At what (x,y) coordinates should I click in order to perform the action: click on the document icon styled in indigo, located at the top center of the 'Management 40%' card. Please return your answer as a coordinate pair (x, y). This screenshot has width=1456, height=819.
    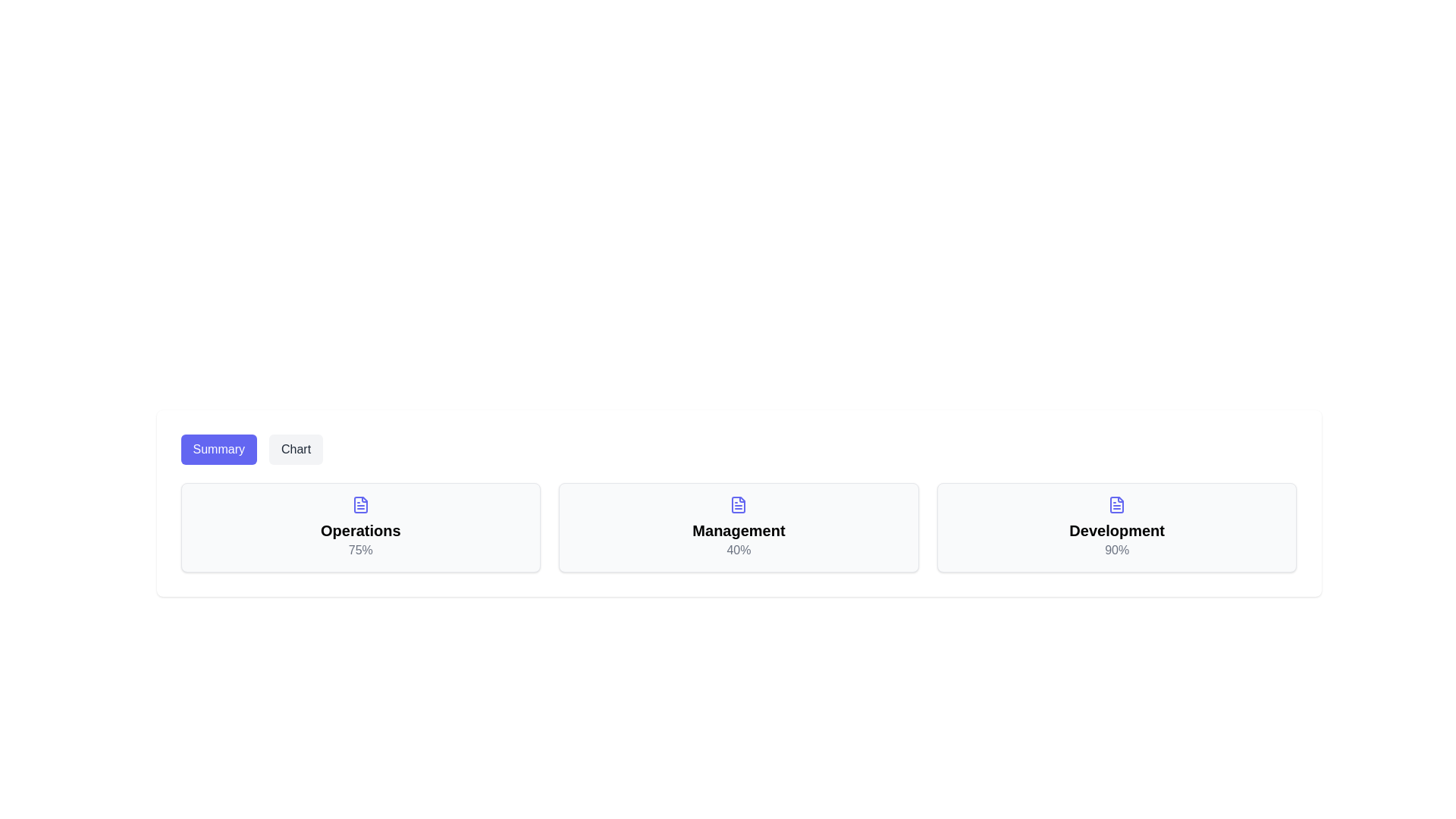
    Looking at the image, I should click on (739, 505).